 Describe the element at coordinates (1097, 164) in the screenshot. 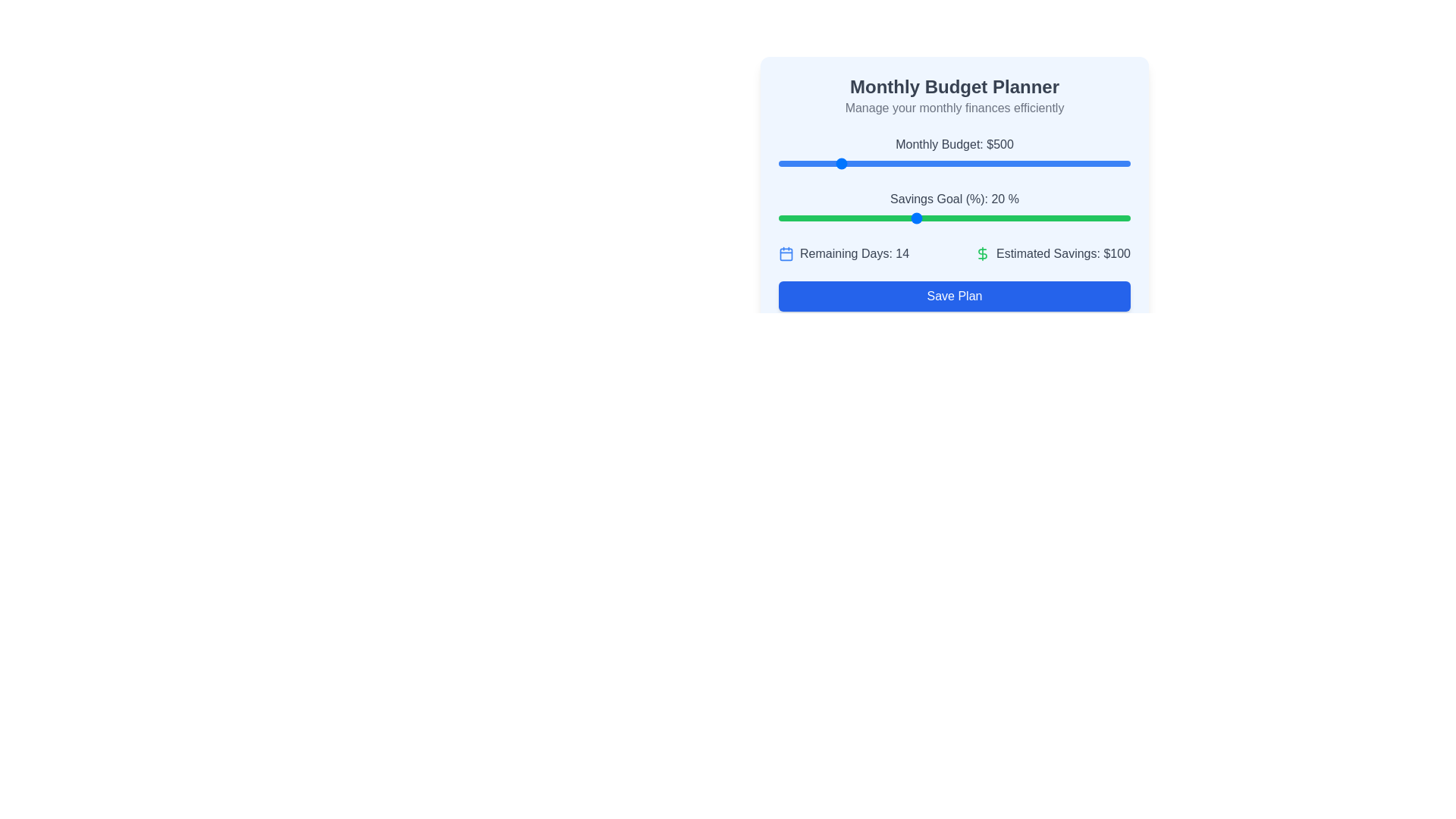

I see `the budget` at that location.